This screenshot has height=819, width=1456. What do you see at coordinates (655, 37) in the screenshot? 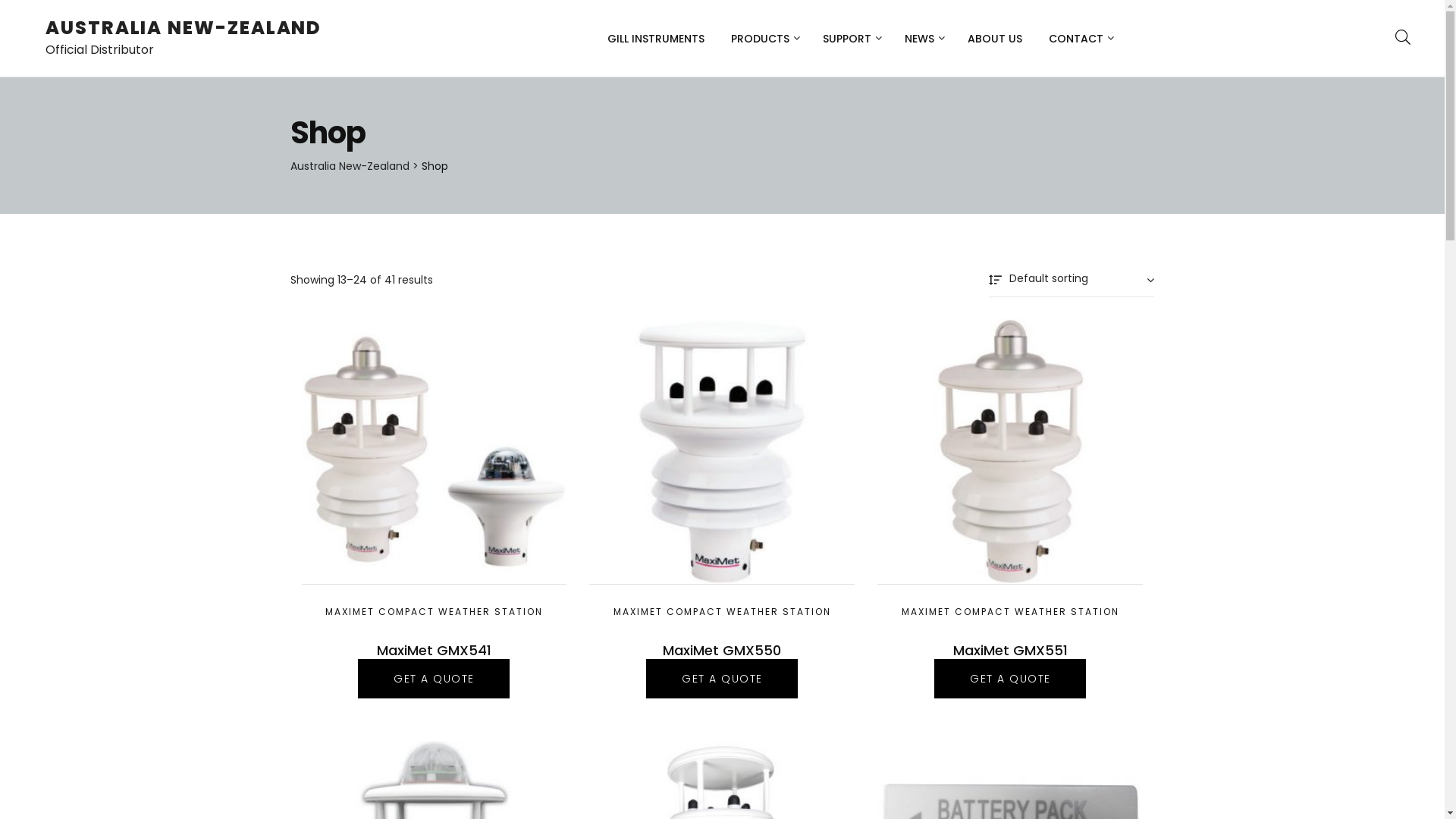
I see `'GILL INSTRUMENTS'` at bounding box center [655, 37].